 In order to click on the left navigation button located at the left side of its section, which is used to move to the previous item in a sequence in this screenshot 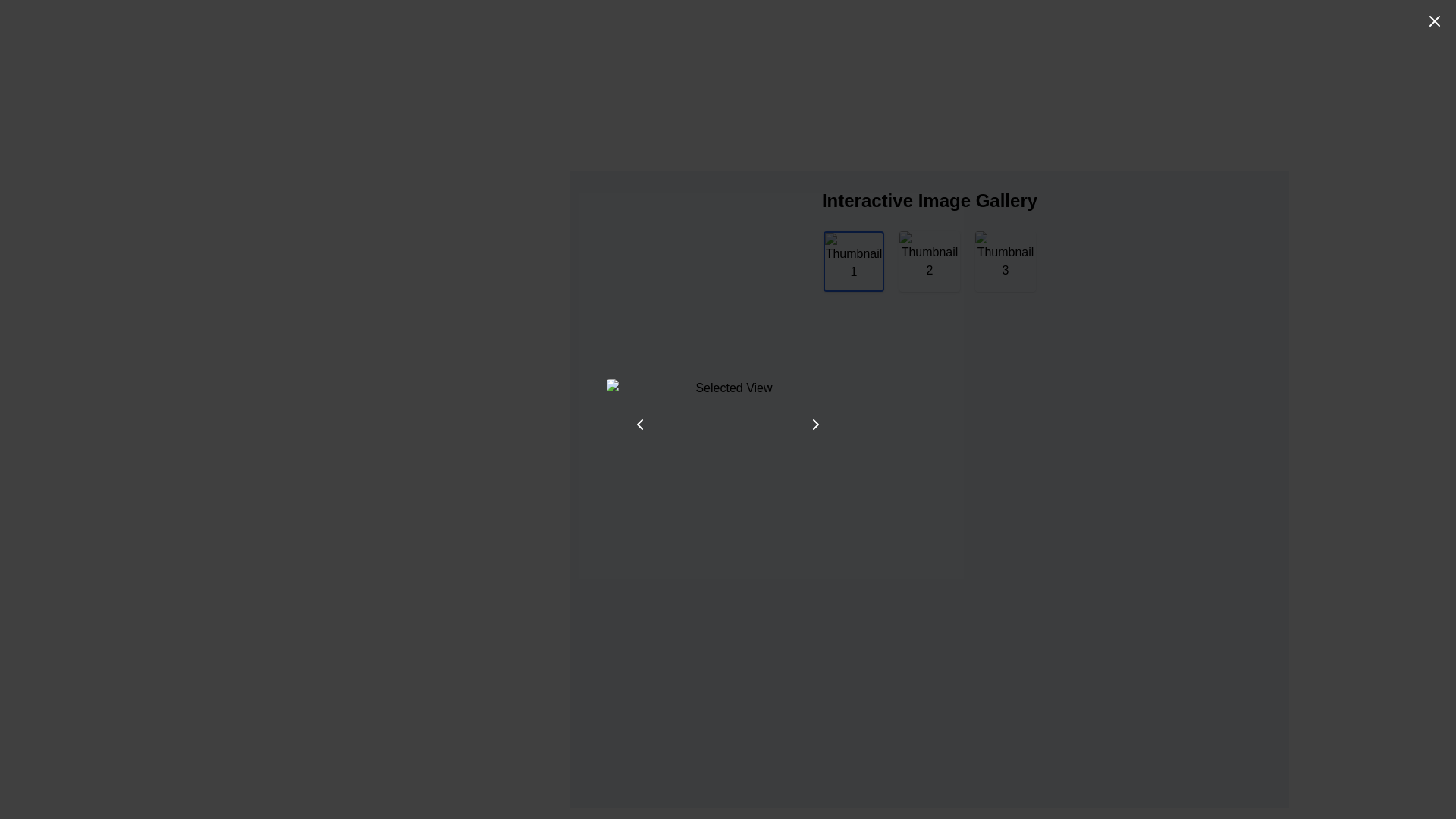, I will do `click(640, 424)`.